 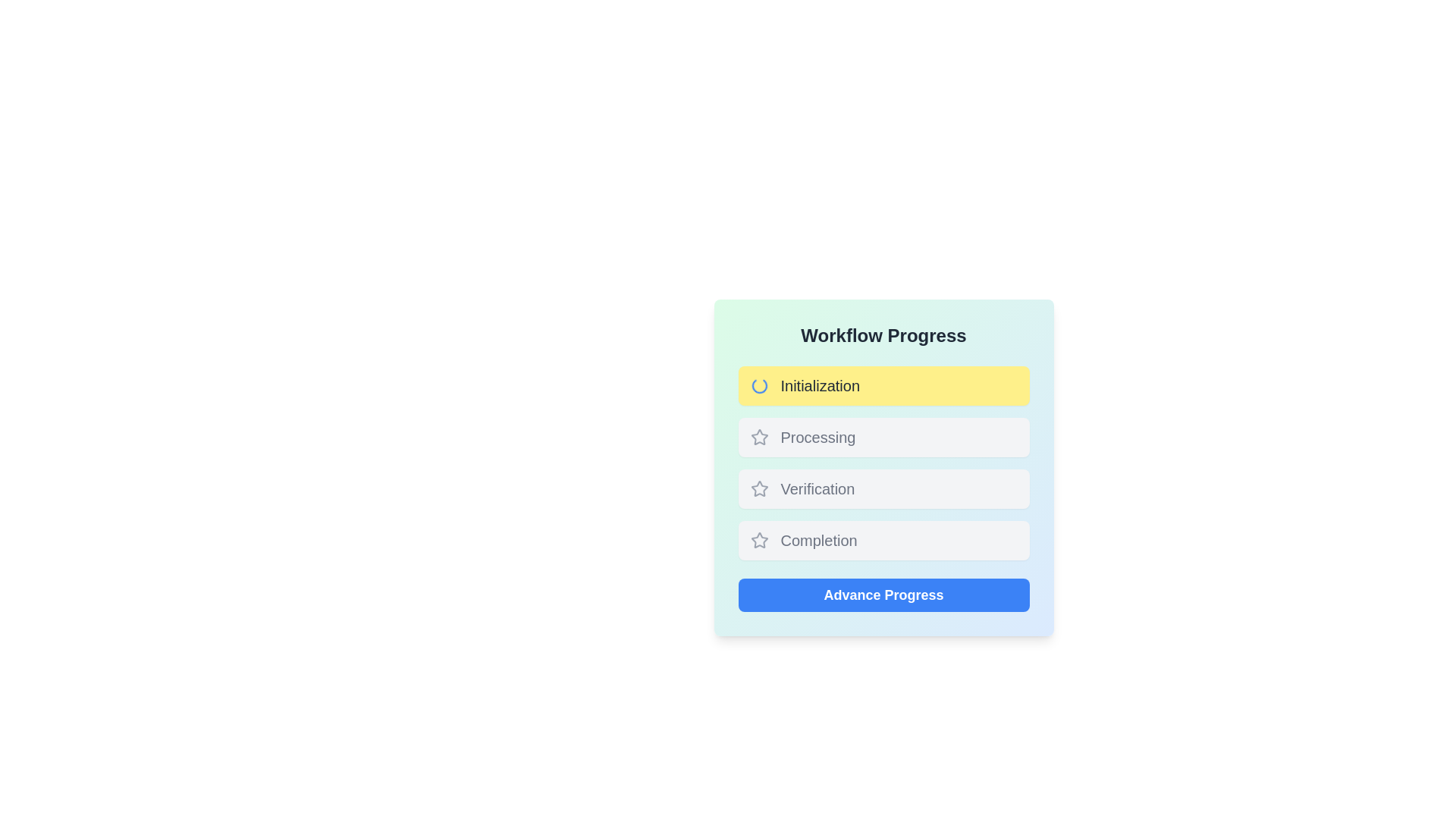 I want to click on the star-shaped icon with a gray outline that is part of the workflow progress list, positioned to the left of the text 'Processing', so click(x=759, y=438).